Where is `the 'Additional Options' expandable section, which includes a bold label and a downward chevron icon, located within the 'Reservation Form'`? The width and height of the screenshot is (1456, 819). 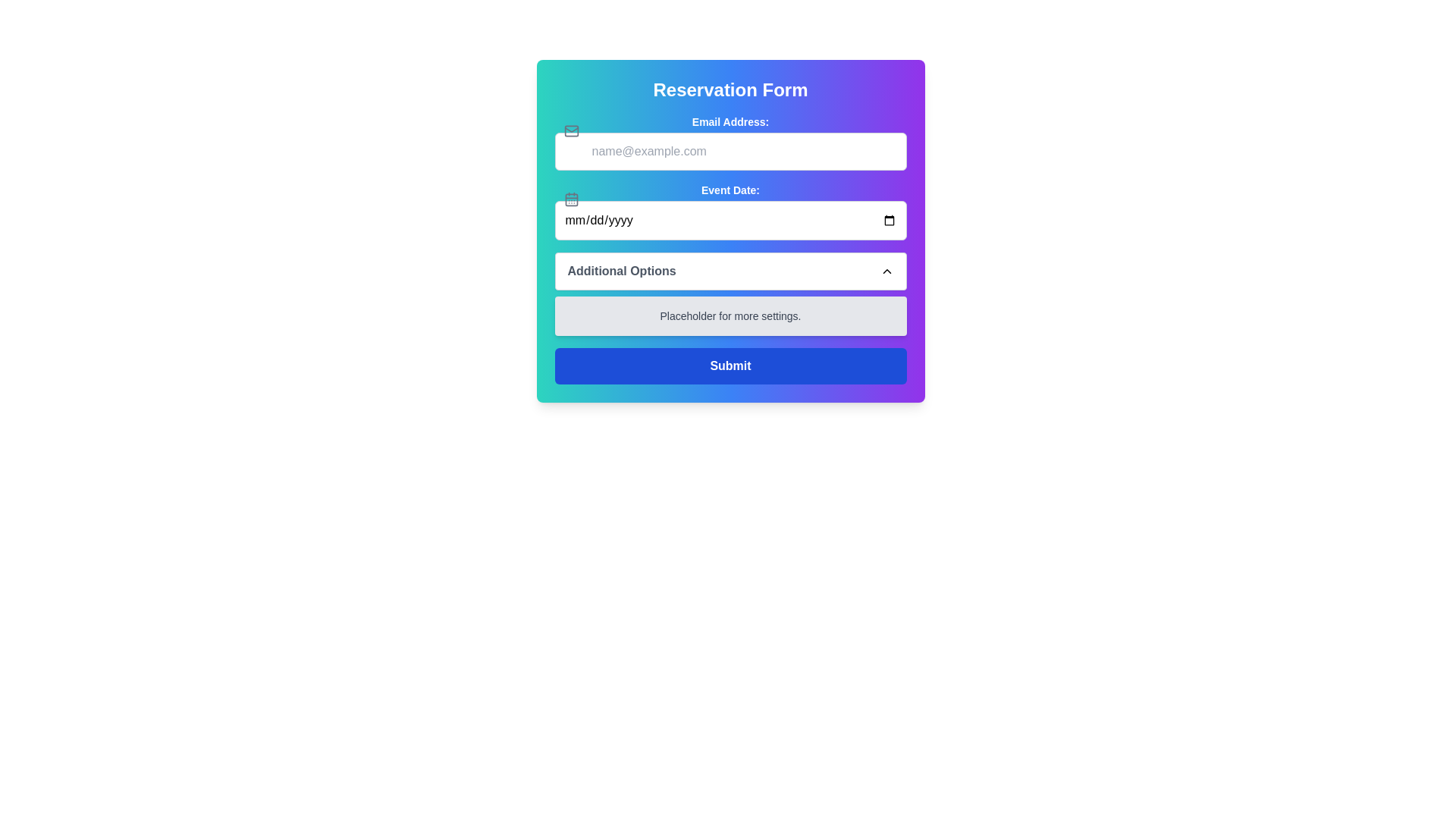
the 'Additional Options' expandable section, which includes a bold label and a downward chevron icon, located within the 'Reservation Form' is located at coordinates (730, 294).